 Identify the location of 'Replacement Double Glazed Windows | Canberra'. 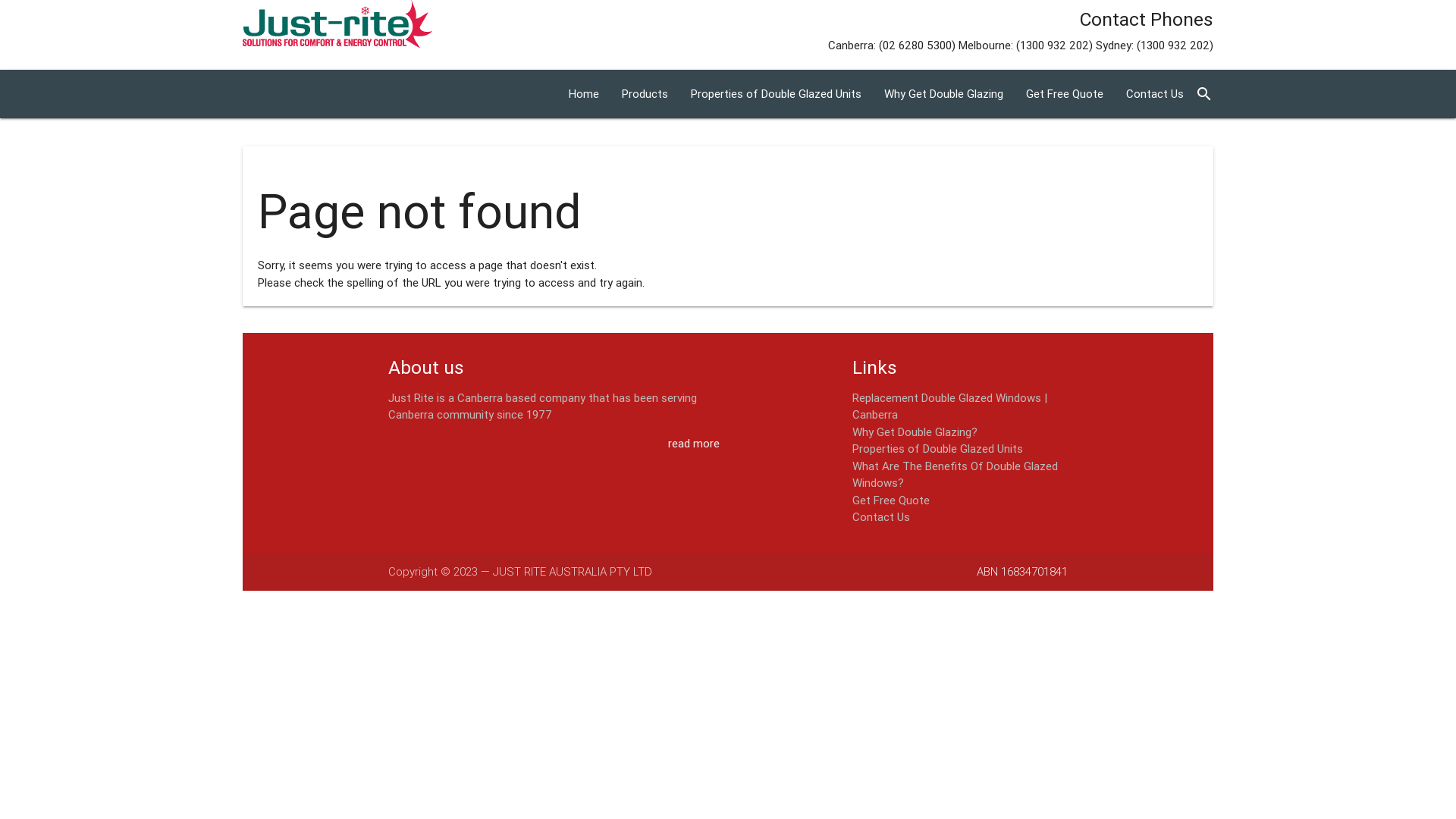
(949, 405).